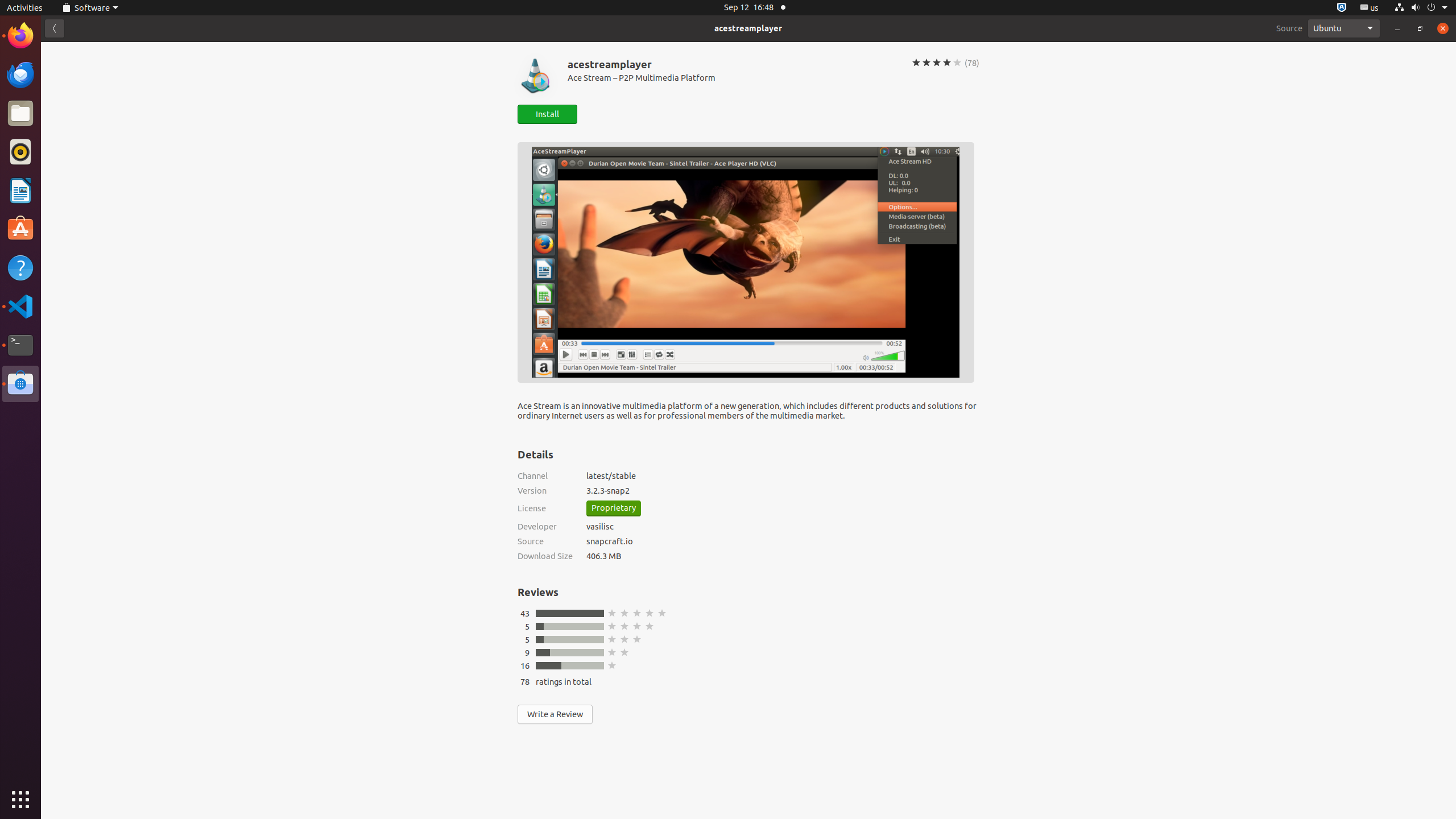  Describe the element at coordinates (554, 714) in the screenshot. I see `'Write a Review'` at that location.